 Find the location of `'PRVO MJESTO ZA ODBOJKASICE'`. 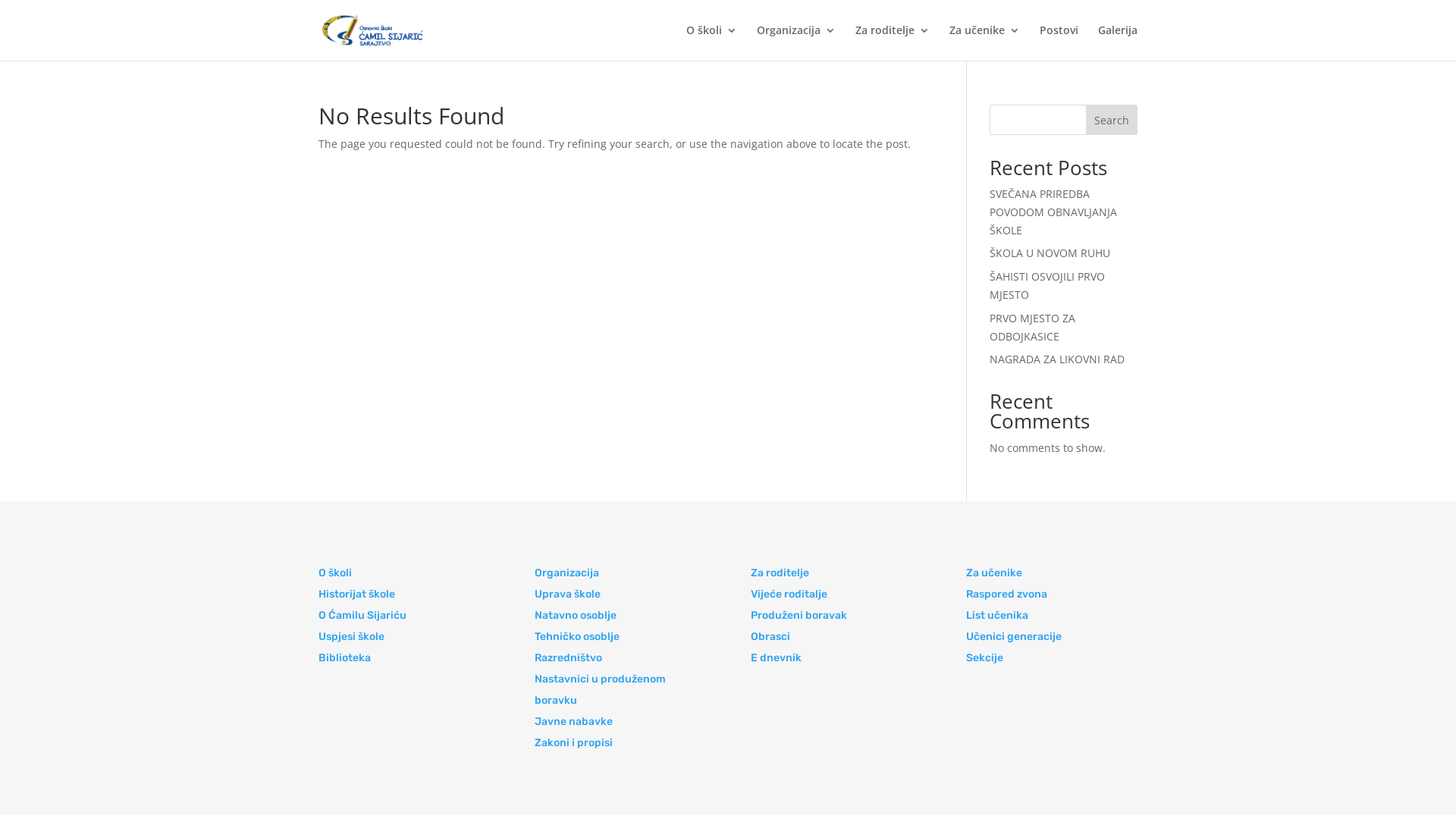

'PRVO MJESTO ZA ODBOJKASICE' is located at coordinates (1031, 326).